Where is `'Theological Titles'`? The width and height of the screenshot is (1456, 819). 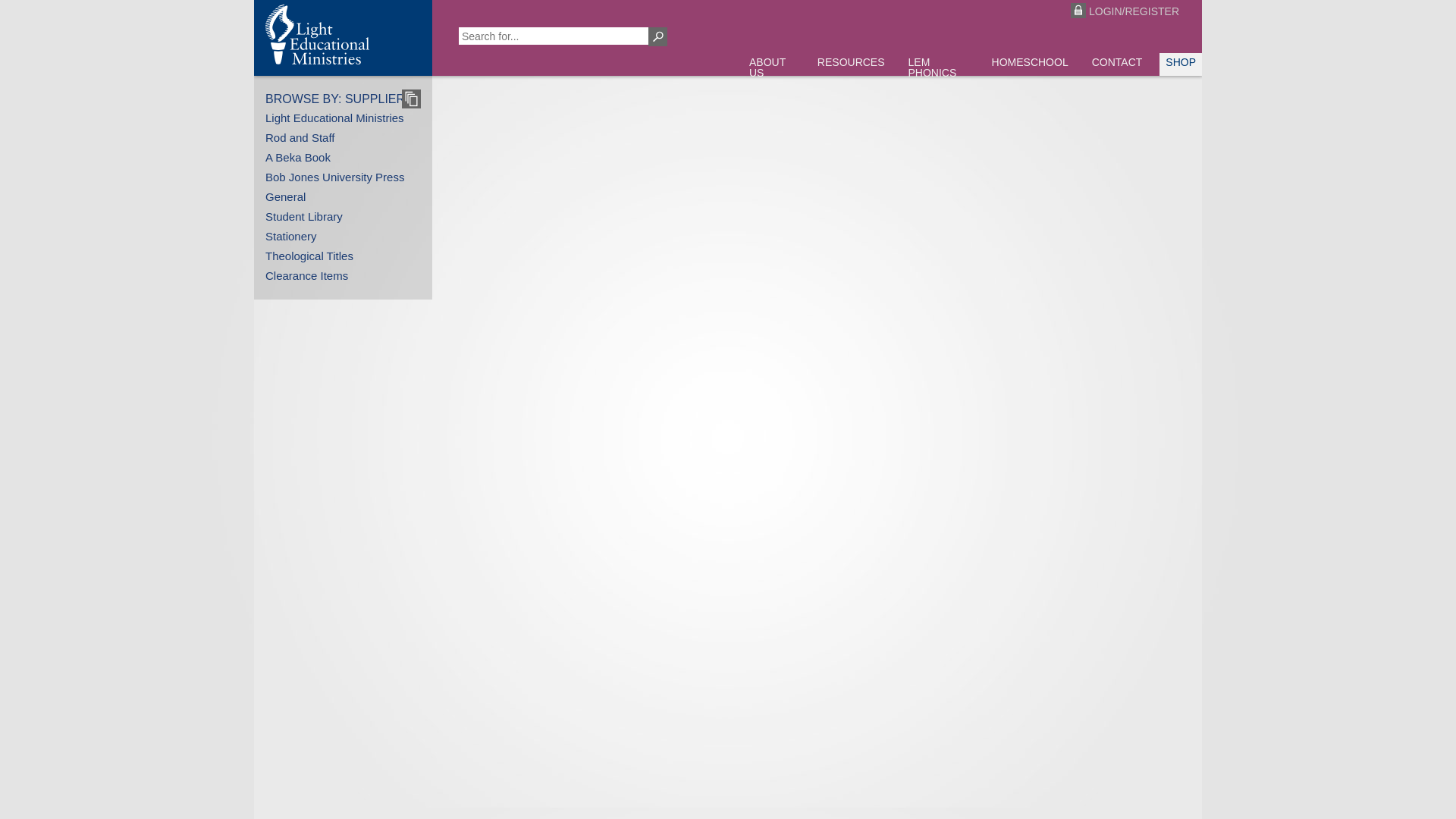
'Theological Titles' is located at coordinates (309, 255).